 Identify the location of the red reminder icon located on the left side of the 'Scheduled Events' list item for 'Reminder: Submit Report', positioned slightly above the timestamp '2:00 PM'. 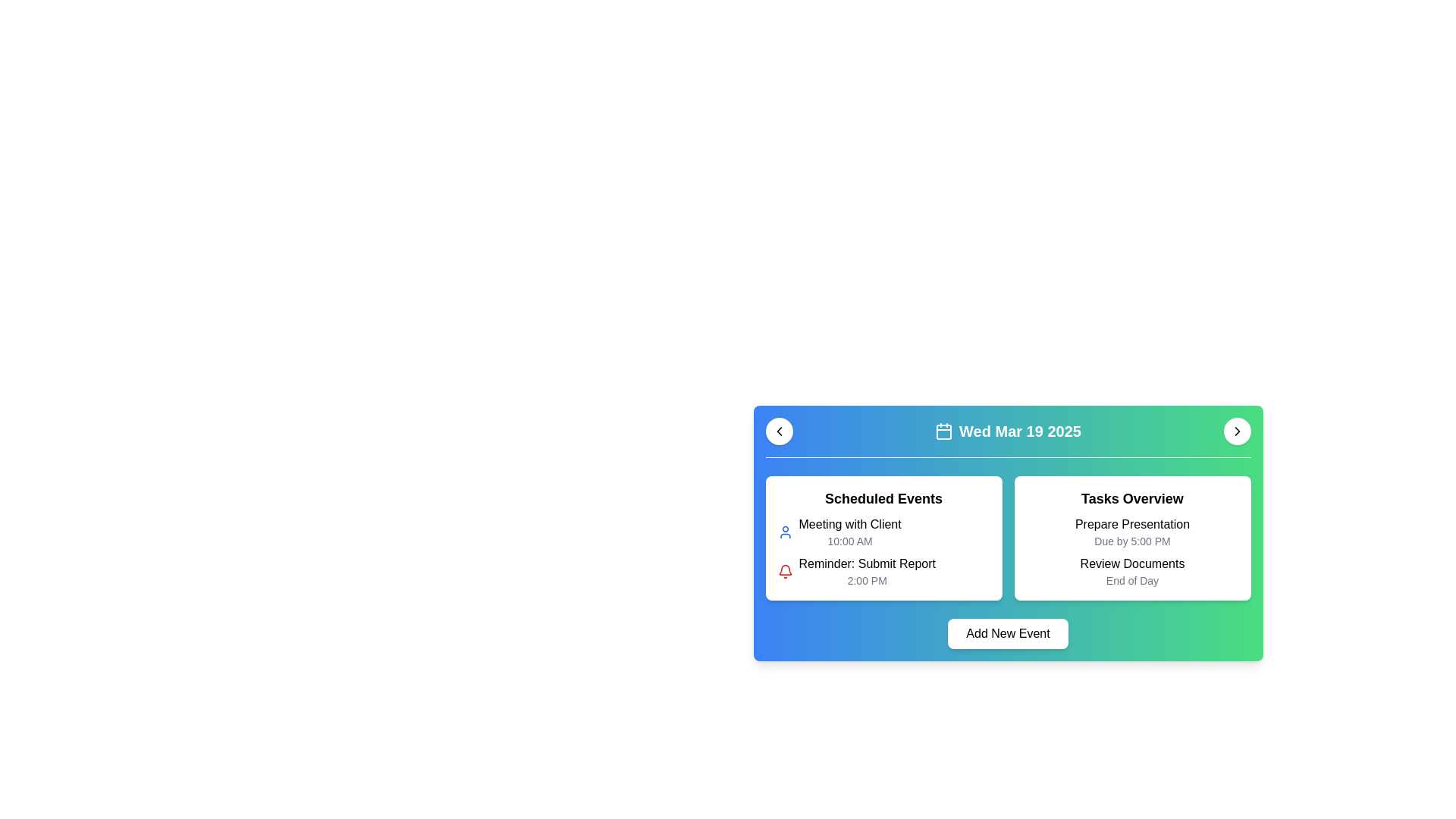
(785, 571).